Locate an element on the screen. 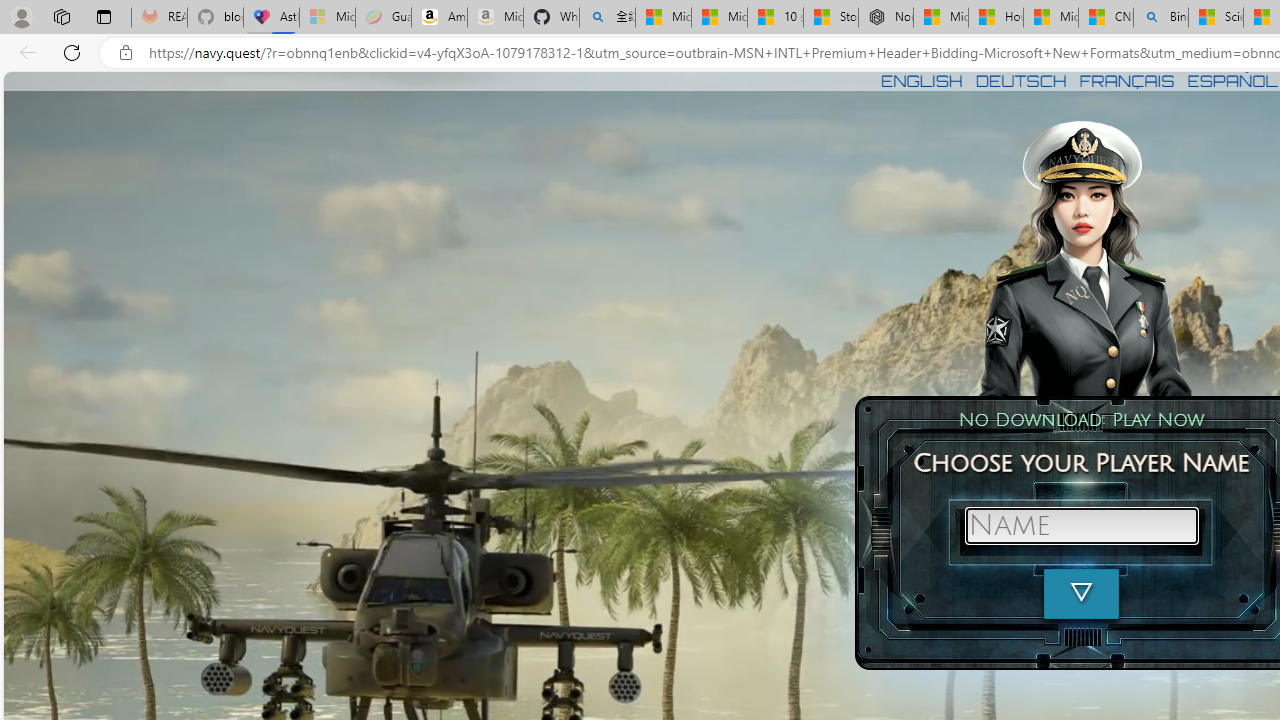 The height and width of the screenshot is (720, 1280). 'Bing' is located at coordinates (1160, 17).